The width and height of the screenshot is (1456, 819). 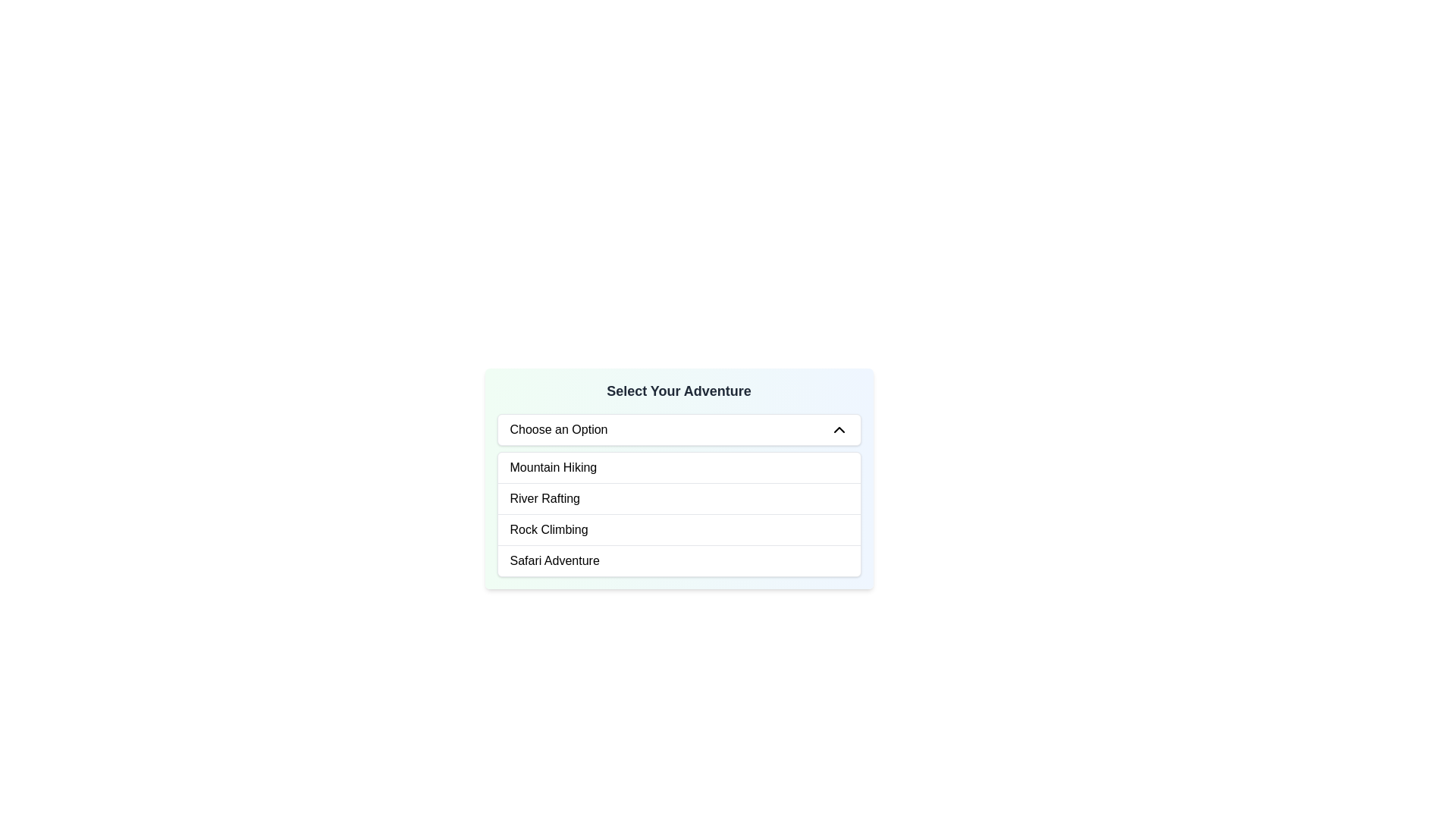 What do you see at coordinates (678, 498) in the screenshot?
I see `the list item labeled 'River Rafting'` at bounding box center [678, 498].